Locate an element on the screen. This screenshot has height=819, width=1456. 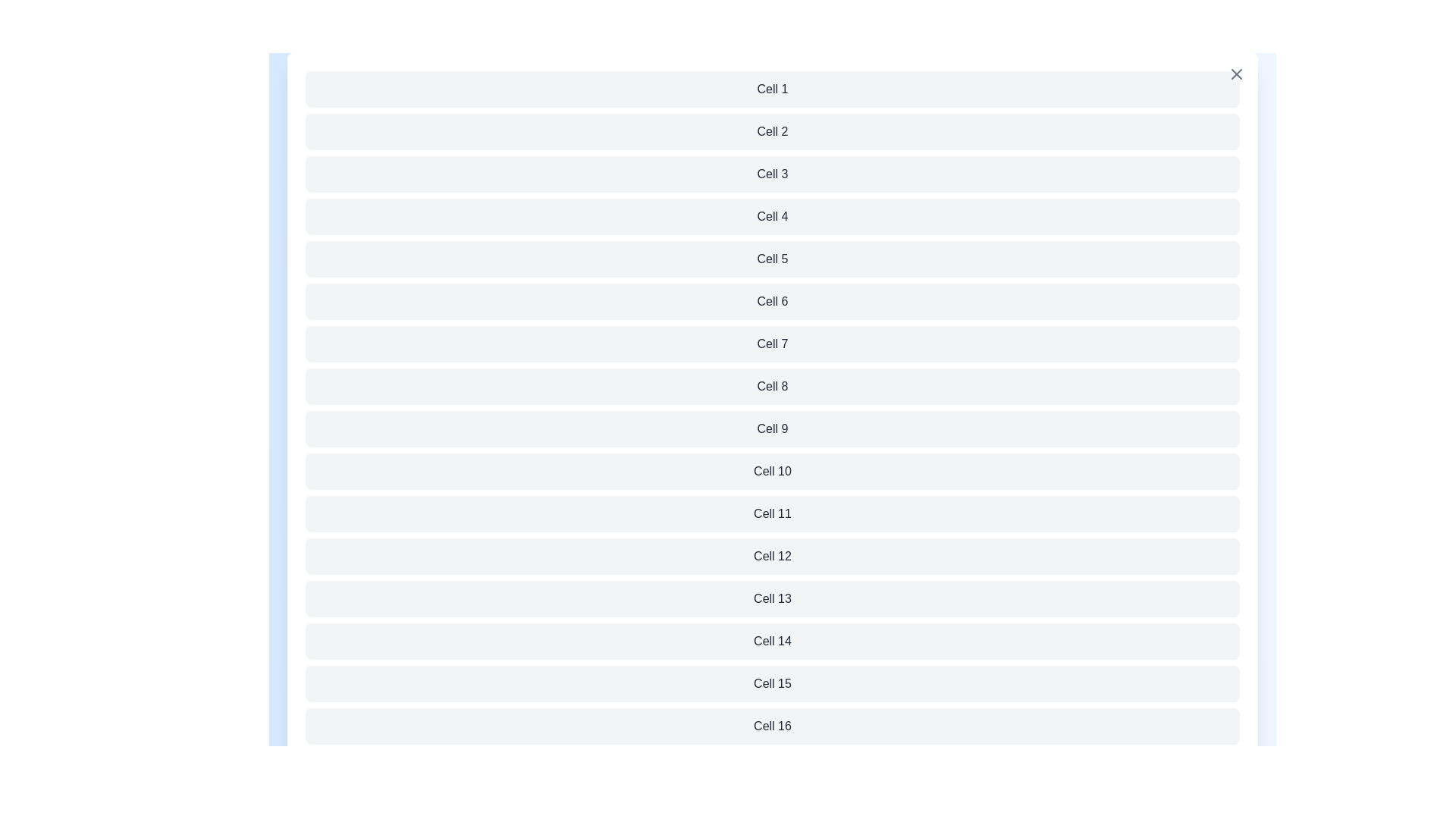
the close button to close the dialog is located at coordinates (1237, 74).